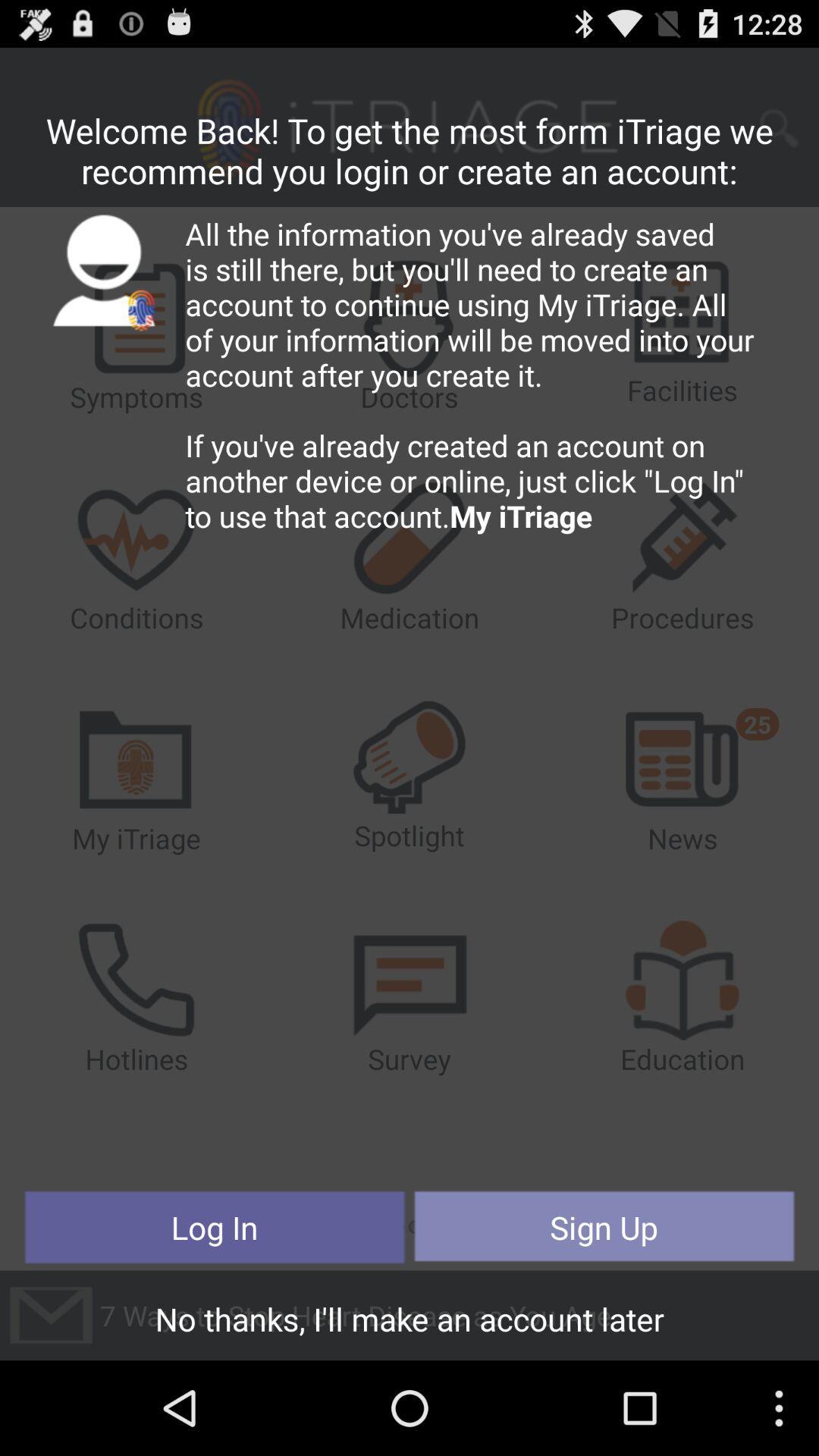 This screenshot has height=1456, width=819. What do you see at coordinates (409, 1323) in the screenshot?
I see `the no thanks i button` at bounding box center [409, 1323].